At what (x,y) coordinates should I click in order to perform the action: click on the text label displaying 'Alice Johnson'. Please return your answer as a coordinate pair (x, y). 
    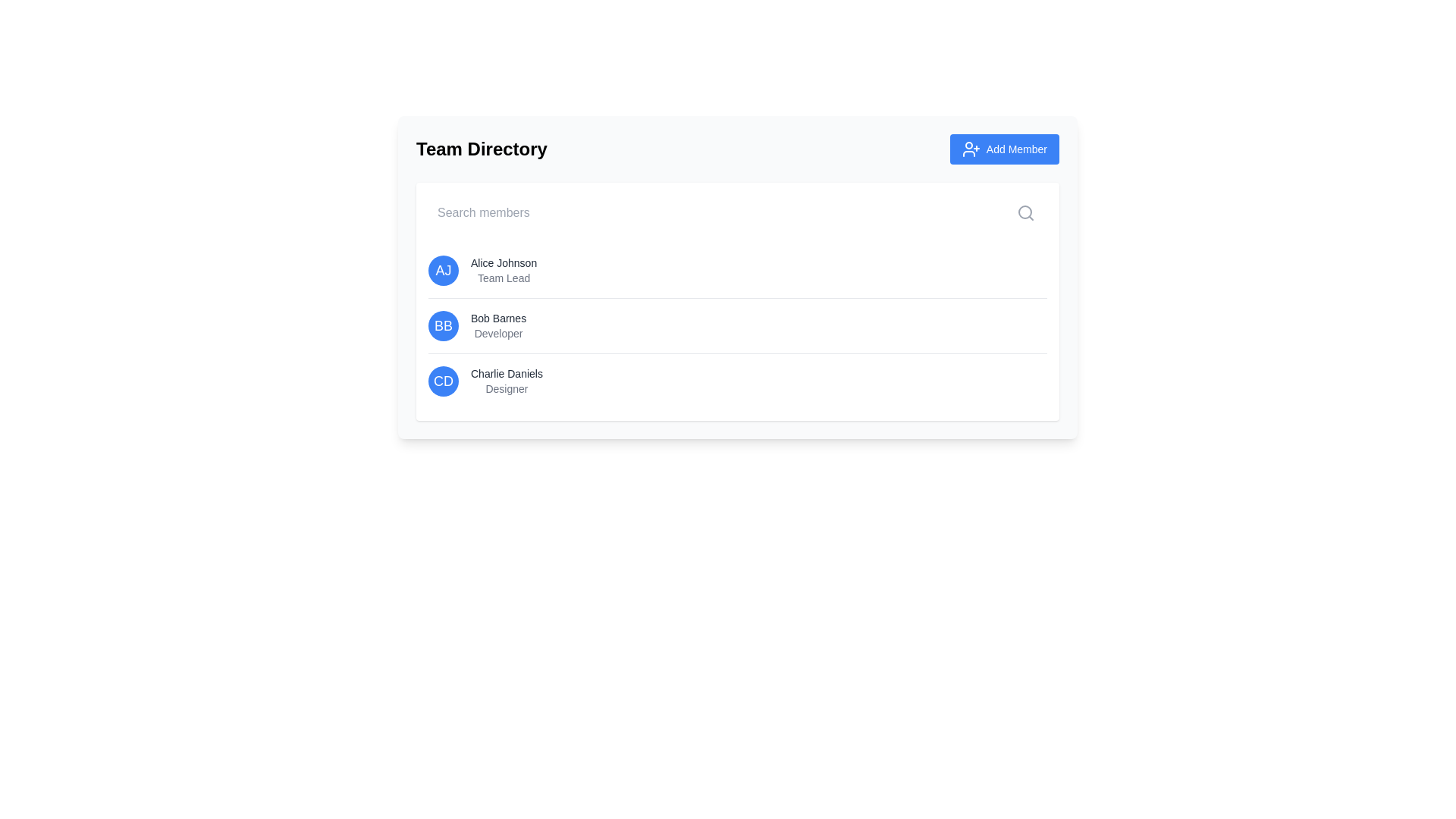
    Looking at the image, I should click on (504, 262).